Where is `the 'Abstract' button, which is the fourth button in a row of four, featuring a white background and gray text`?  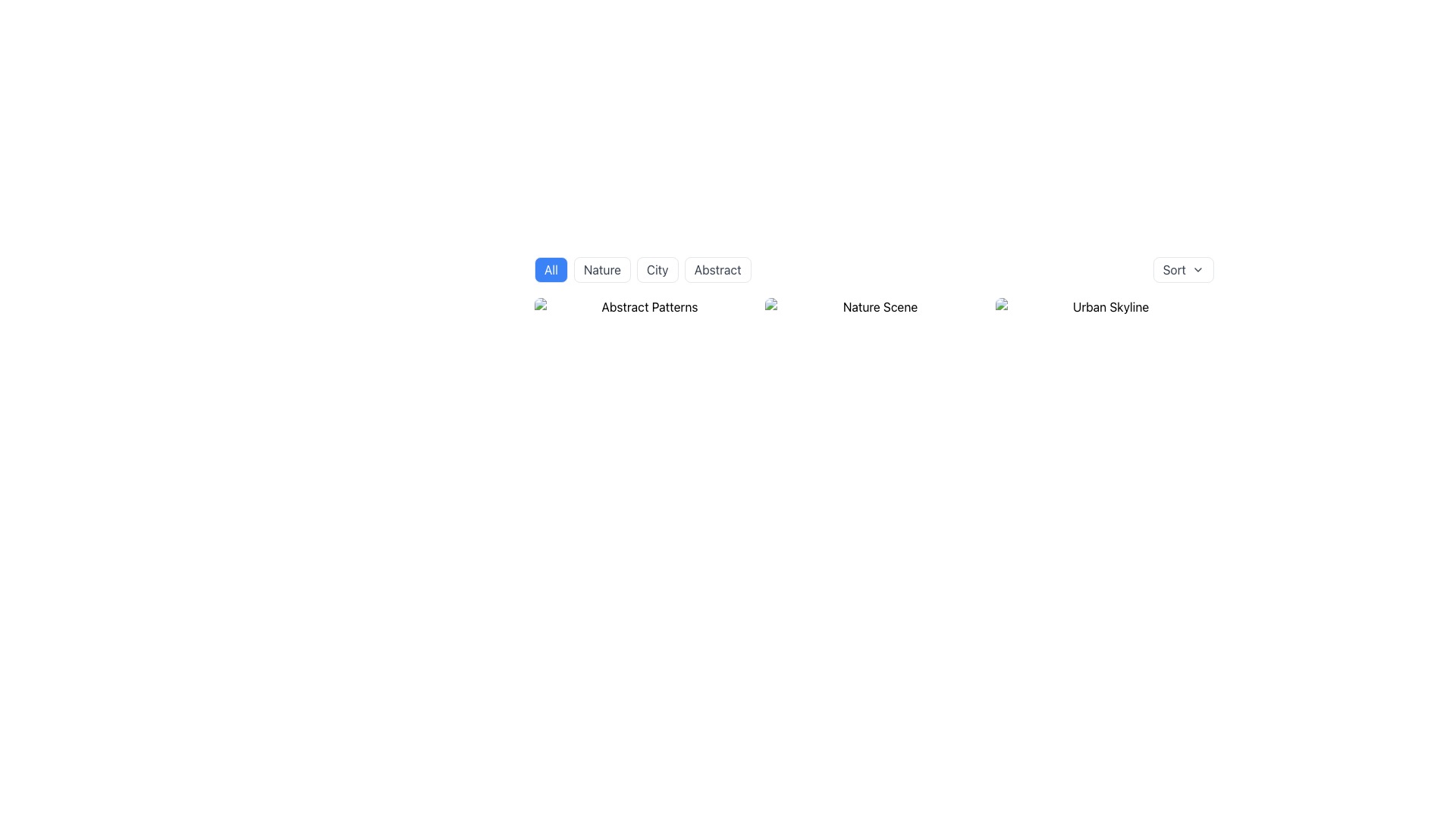
the 'Abstract' button, which is the fourth button in a row of four, featuring a white background and gray text is located at coordinates (717, 268).